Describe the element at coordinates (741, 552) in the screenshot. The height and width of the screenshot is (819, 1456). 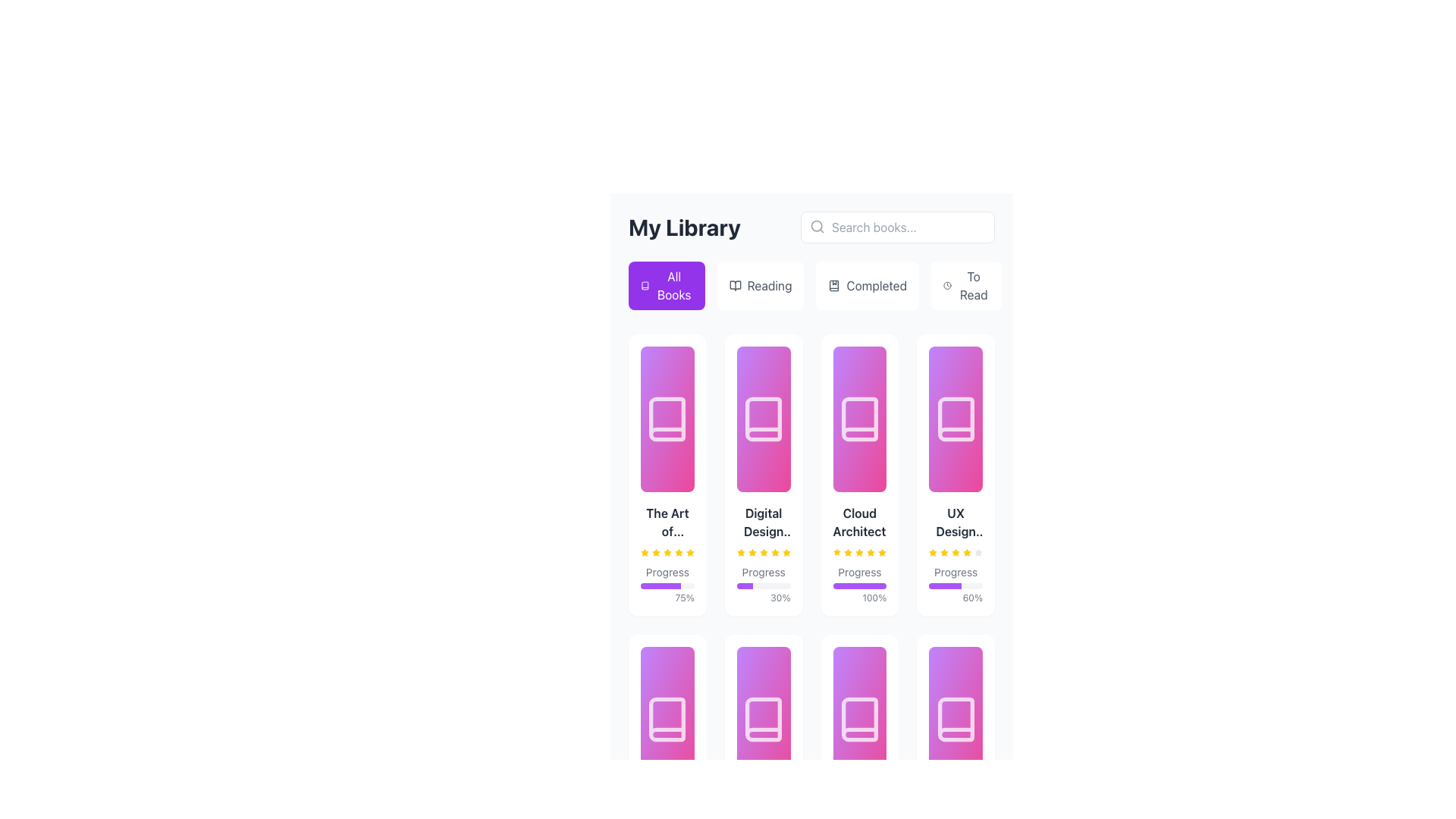
I see `the fourth star icon in the rating system below the book card titled 'Digital Design'` at that location.